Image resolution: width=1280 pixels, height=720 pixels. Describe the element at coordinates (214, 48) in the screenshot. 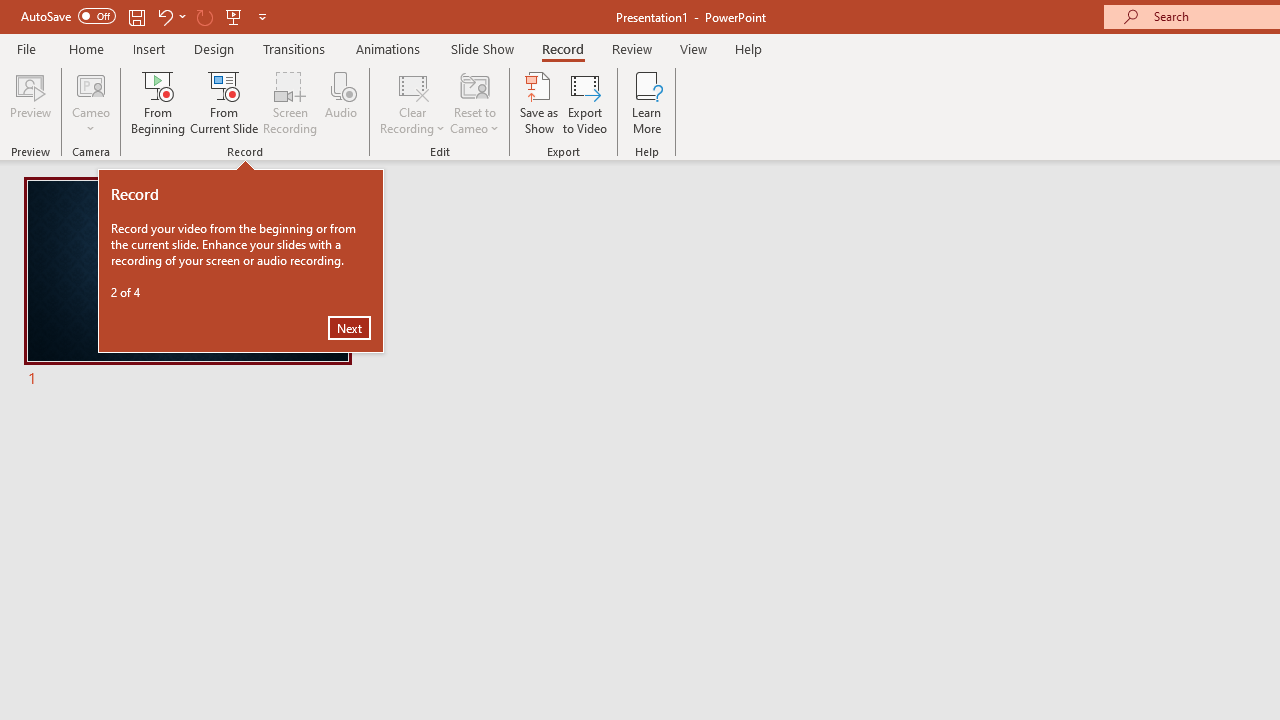

I see `'Design'` at that location.